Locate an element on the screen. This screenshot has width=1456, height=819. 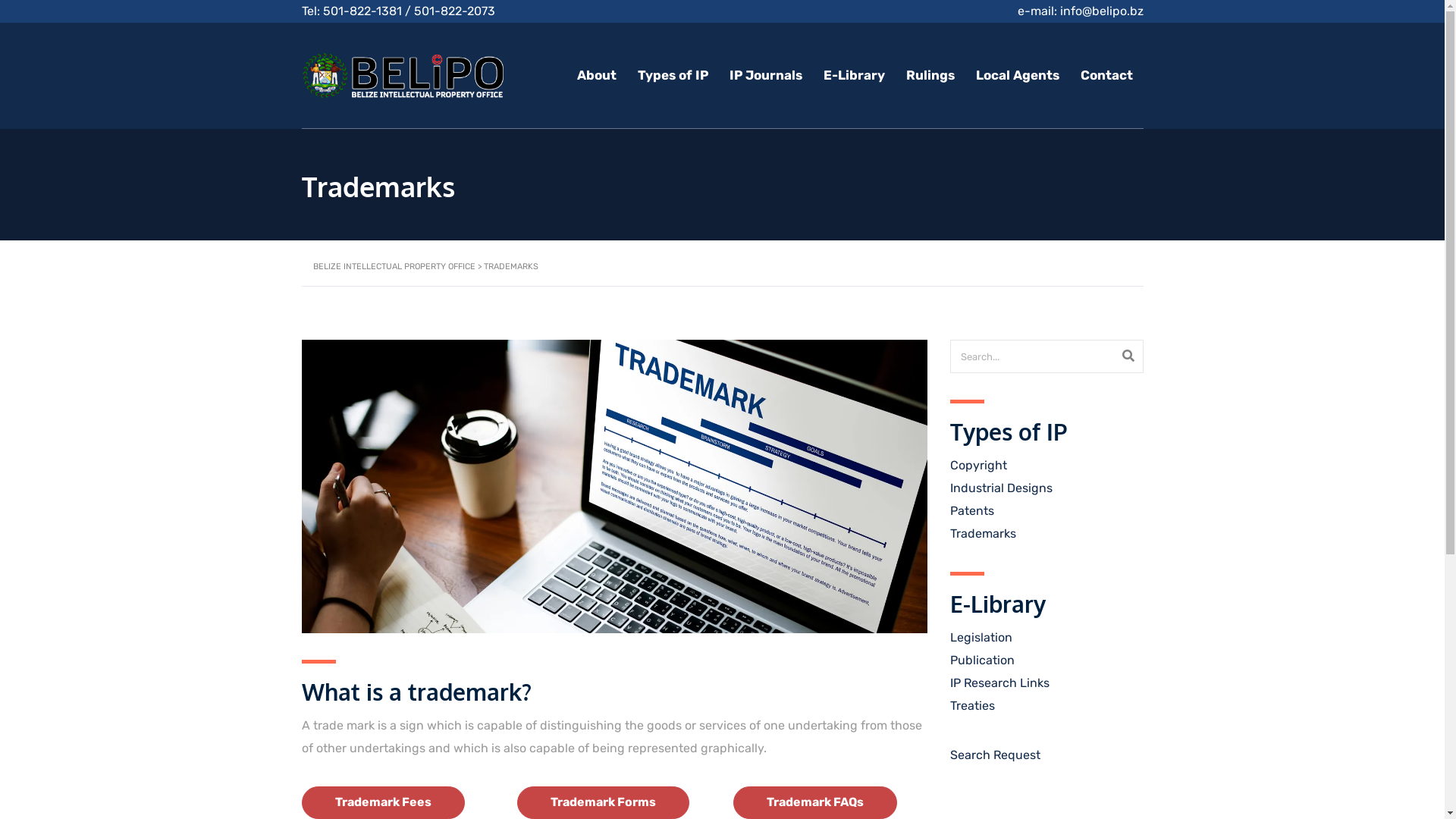
'IP Research Links' is located at coordinates (999, 682).